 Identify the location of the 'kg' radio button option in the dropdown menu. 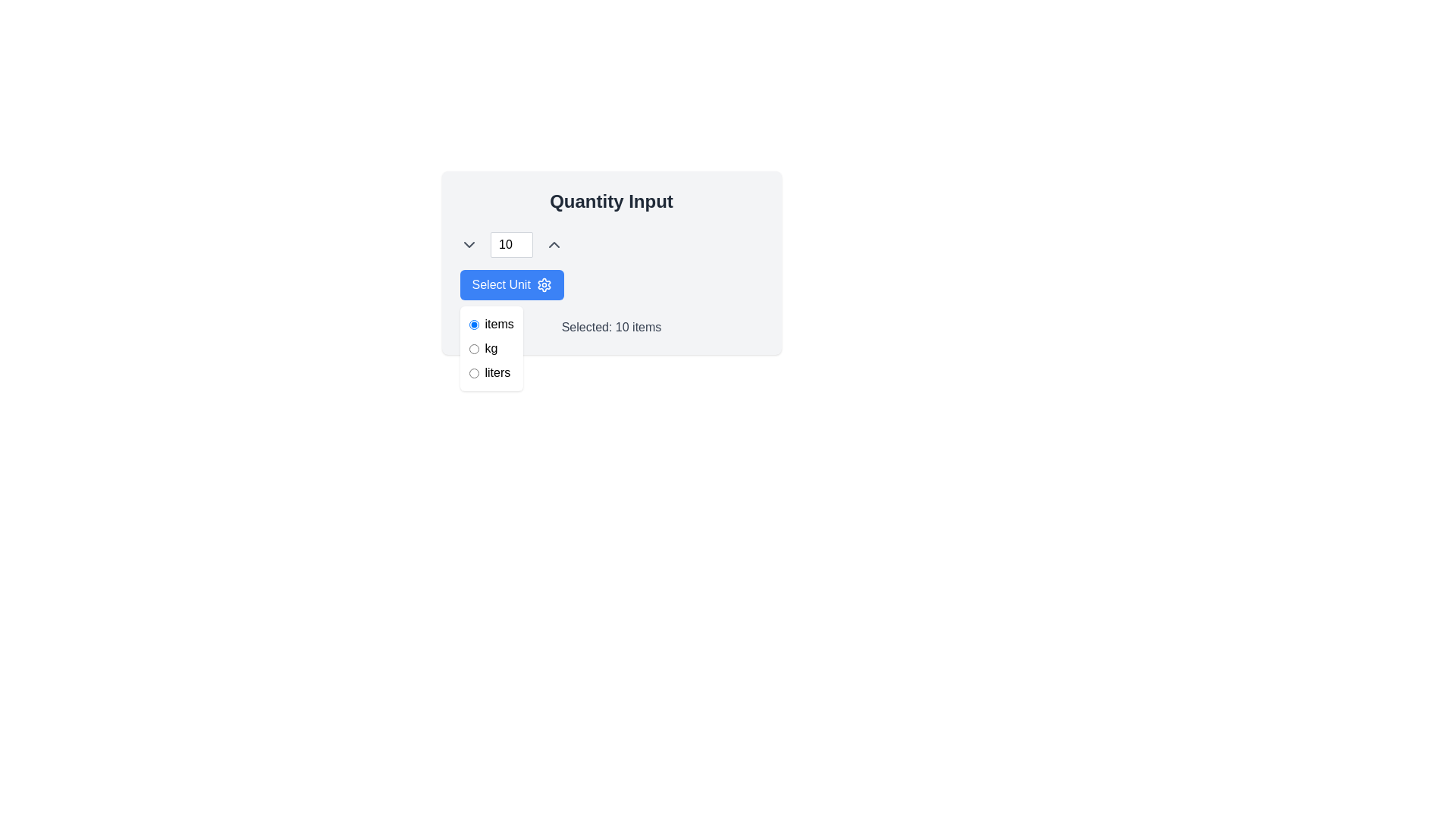
(491, 348).